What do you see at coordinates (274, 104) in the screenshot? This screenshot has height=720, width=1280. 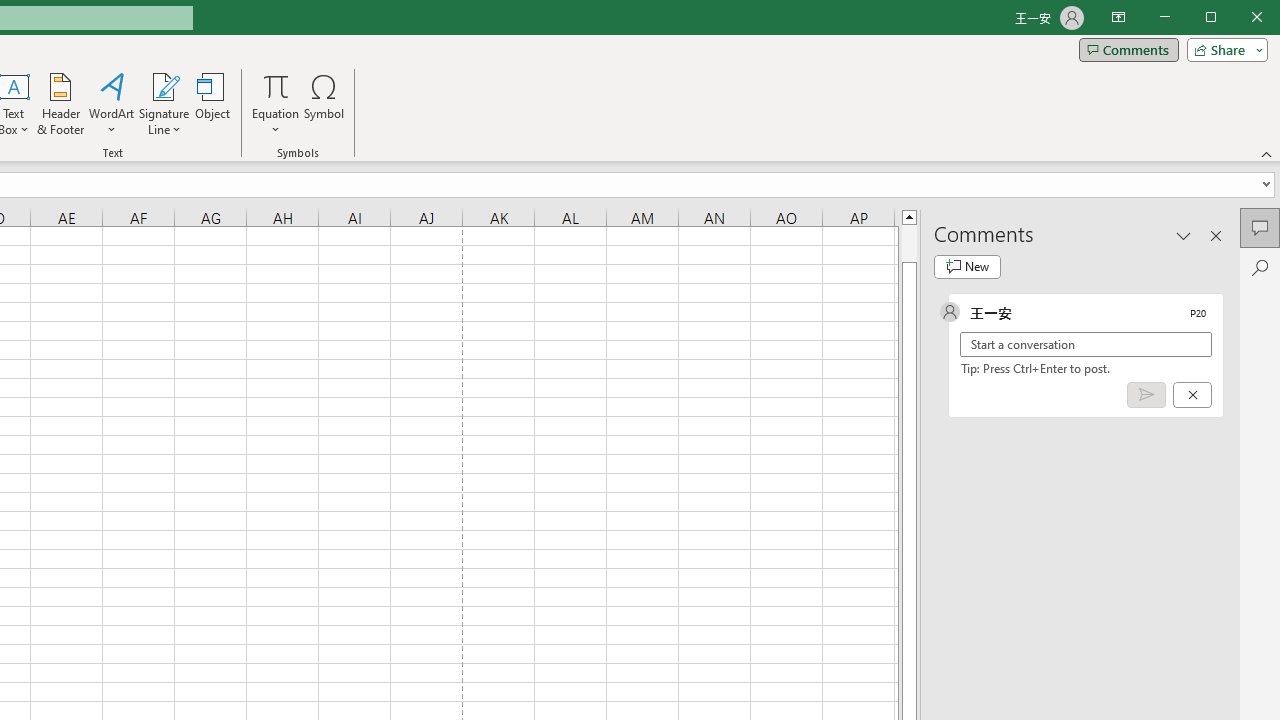 I see `'Equation'` at bounding box center [274, 104].